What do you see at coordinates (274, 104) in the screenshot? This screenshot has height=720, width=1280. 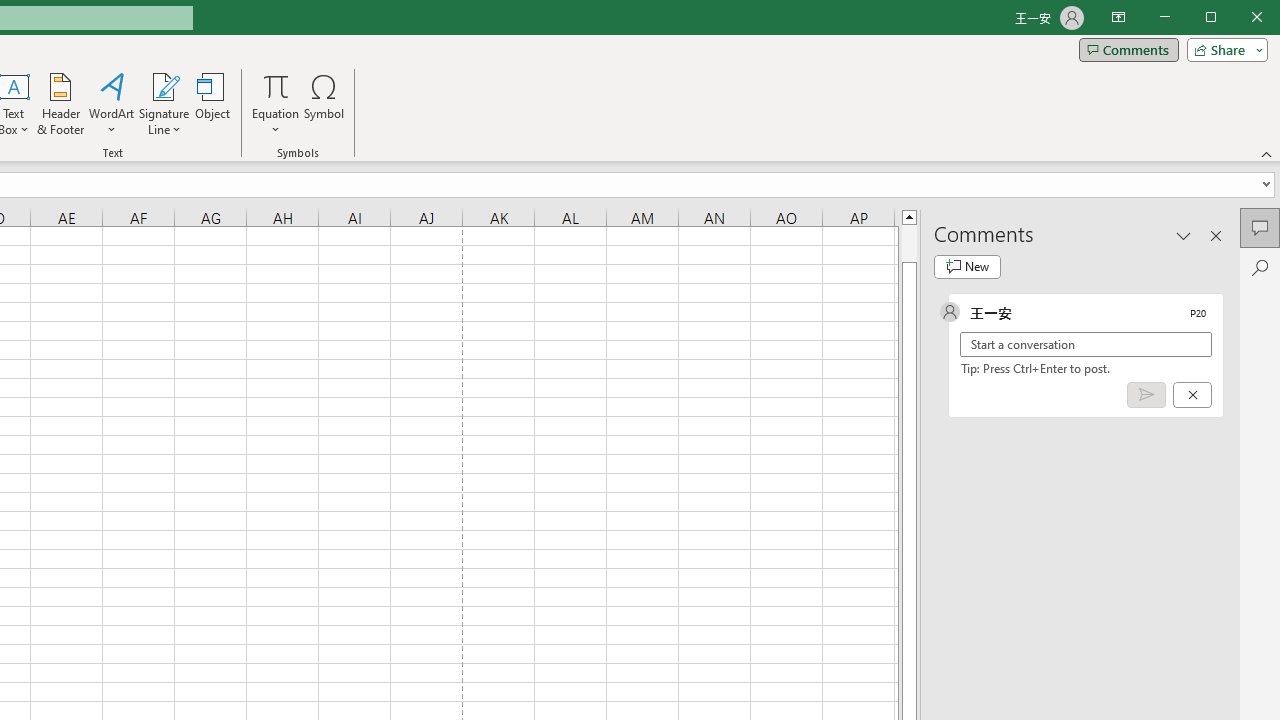 I see `'Equation'` at bounding box center [274, 104].